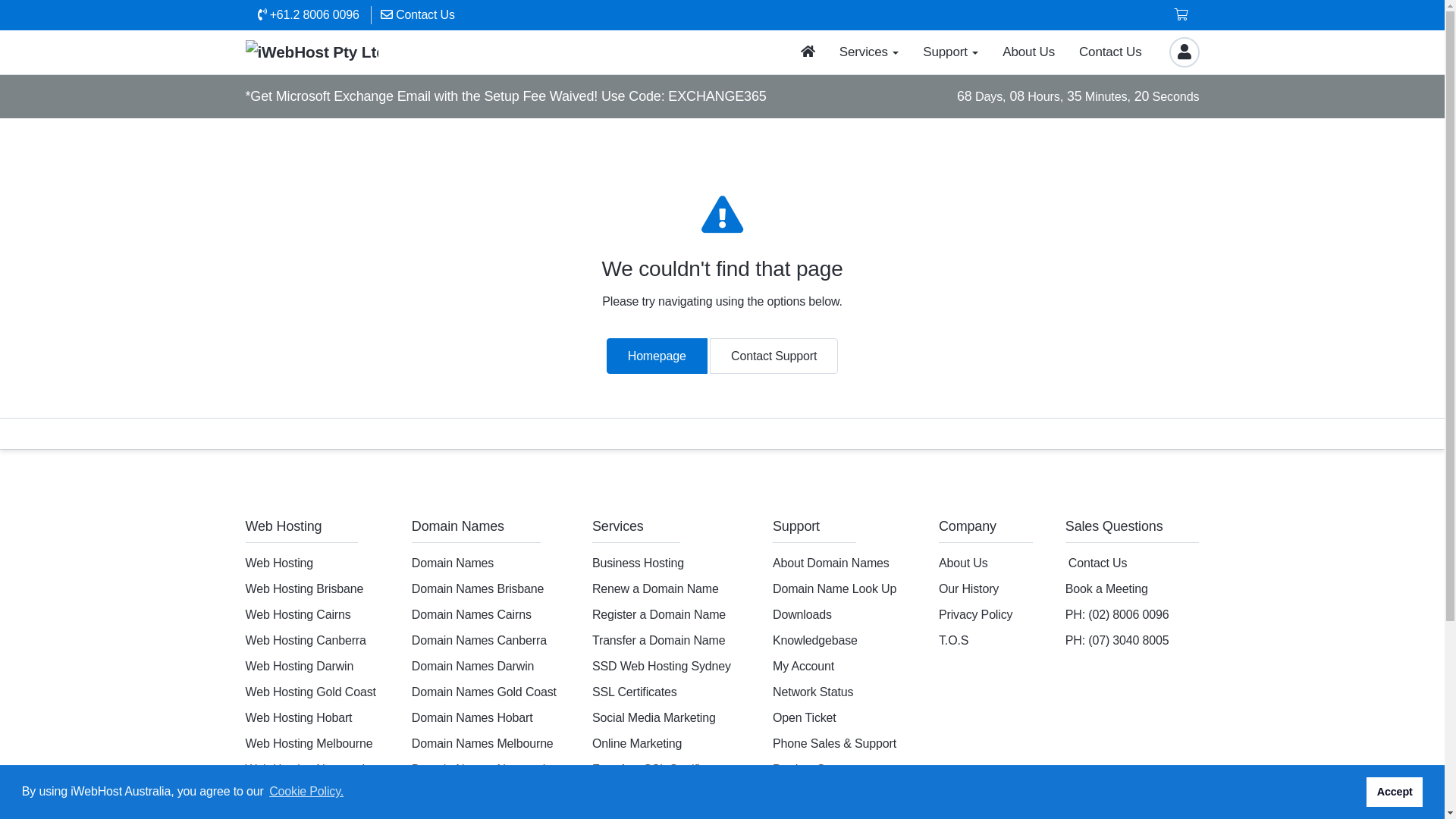  What do you see at coordinates (772, 665) in the screenshot?
I see `'My Account'` at bounding box center [772, 665].